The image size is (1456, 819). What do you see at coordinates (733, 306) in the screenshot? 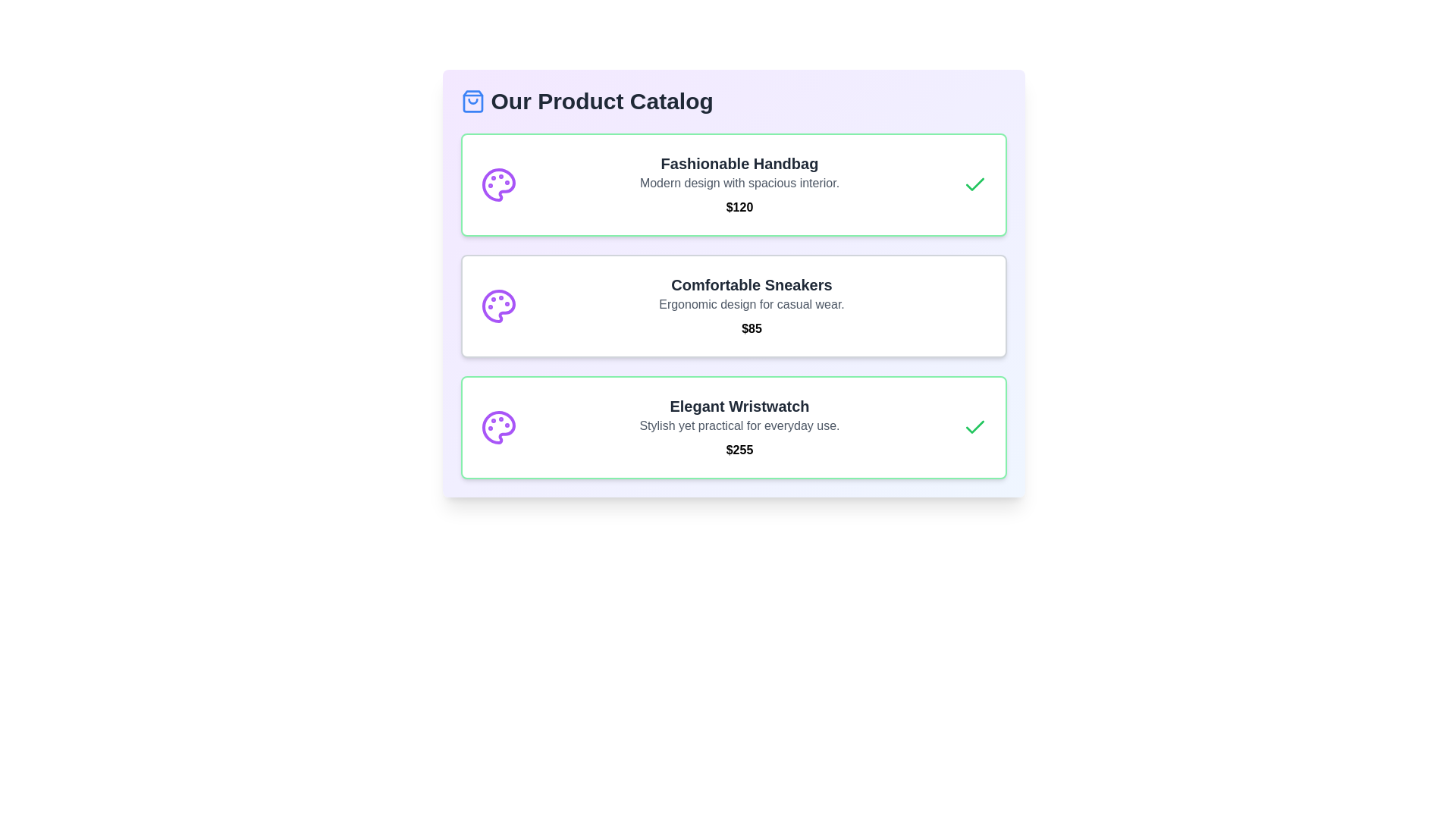
I see `the product item Comfortable Sneakers to observe its hover effect` at bounding box center [733, 306].